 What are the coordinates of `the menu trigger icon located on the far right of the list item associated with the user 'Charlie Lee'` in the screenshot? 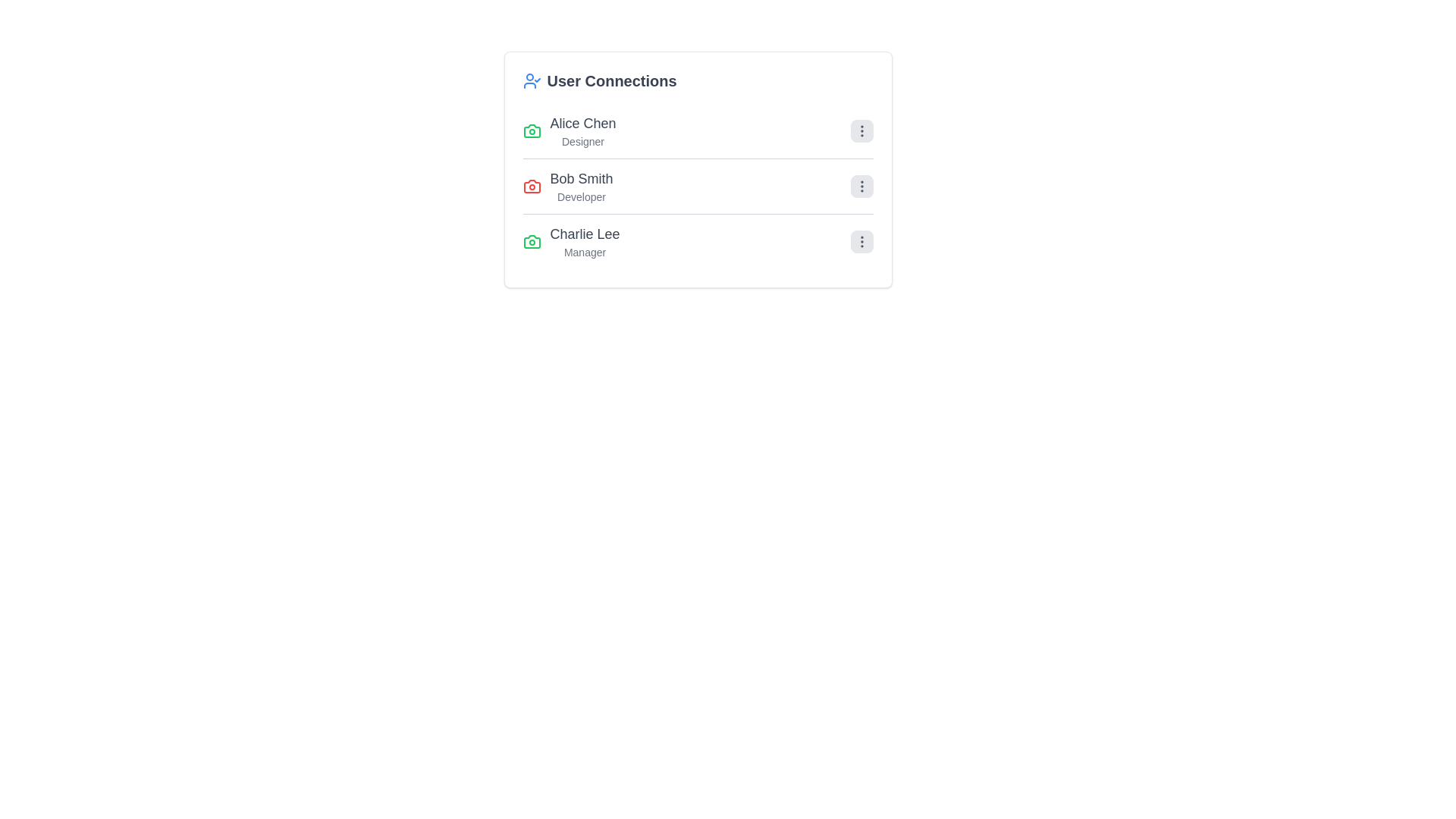 It's located at (861, 241).